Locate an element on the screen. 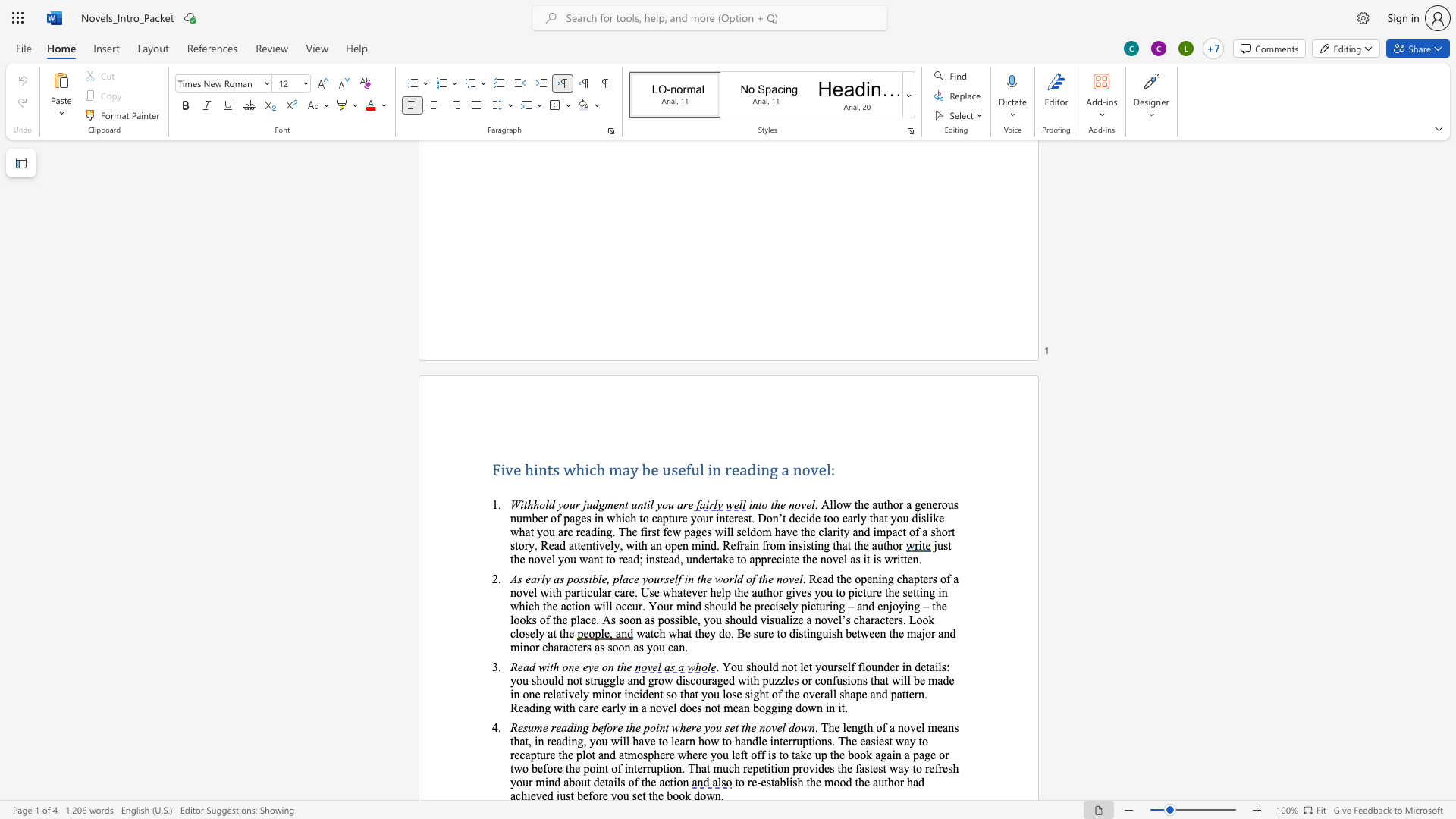 The height and width of the screenshot is (819, 1456). the space between the continuous character "h" and "o" in the text is located at coordinates (893, 504).